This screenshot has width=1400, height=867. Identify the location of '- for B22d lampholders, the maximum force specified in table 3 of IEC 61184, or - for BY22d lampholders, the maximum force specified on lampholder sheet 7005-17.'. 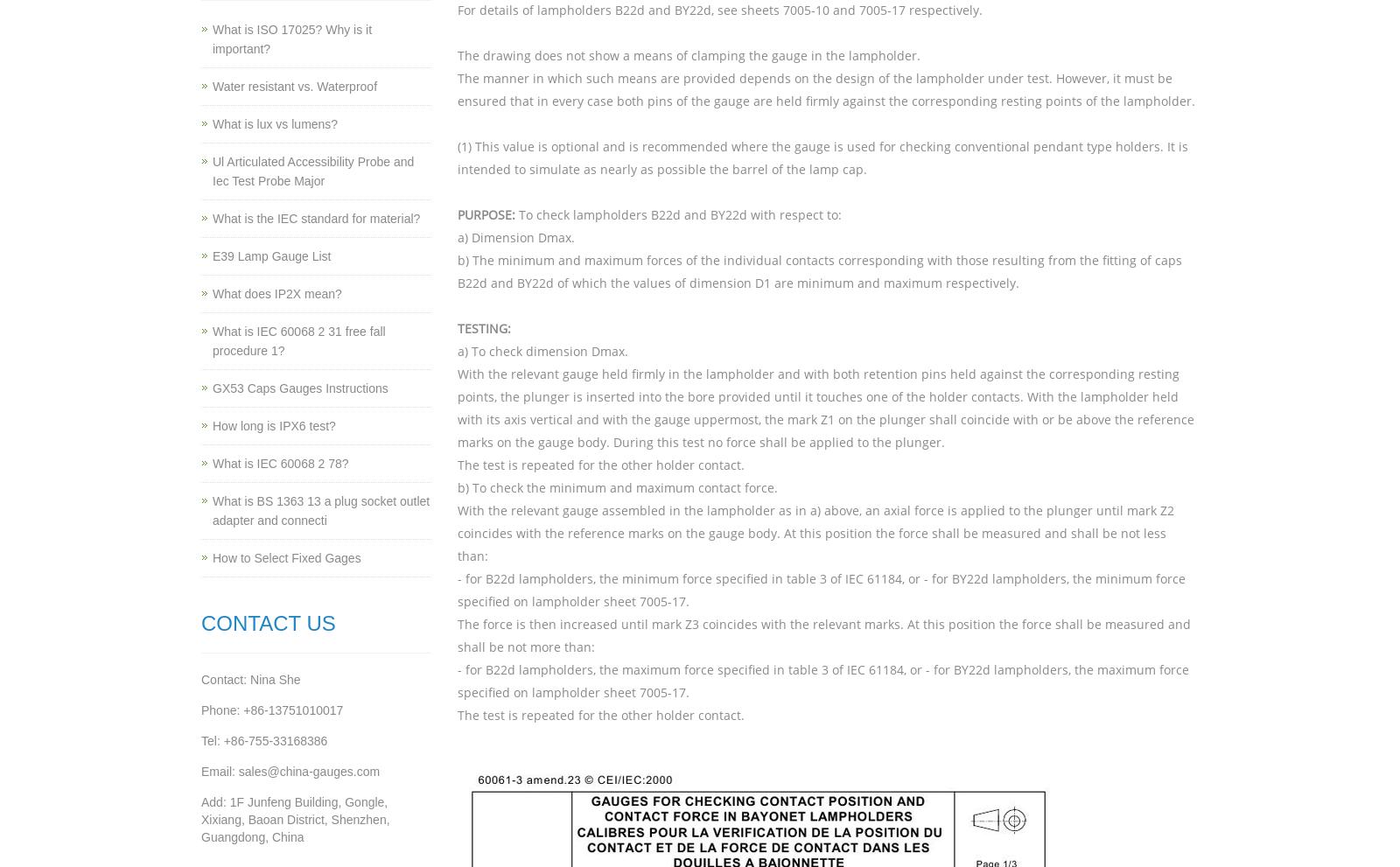
(822, 681).